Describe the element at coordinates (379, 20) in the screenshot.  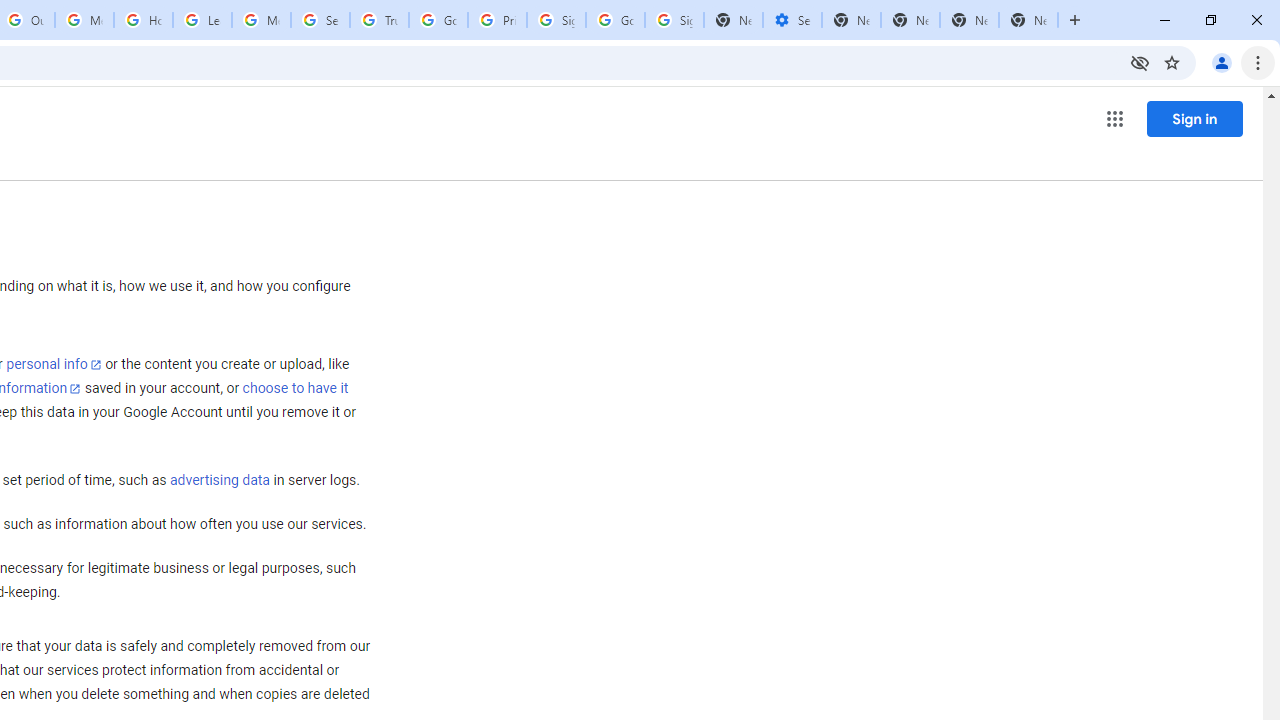
I see `'Trusted Information and Content - Google Safety Center'` at that location.